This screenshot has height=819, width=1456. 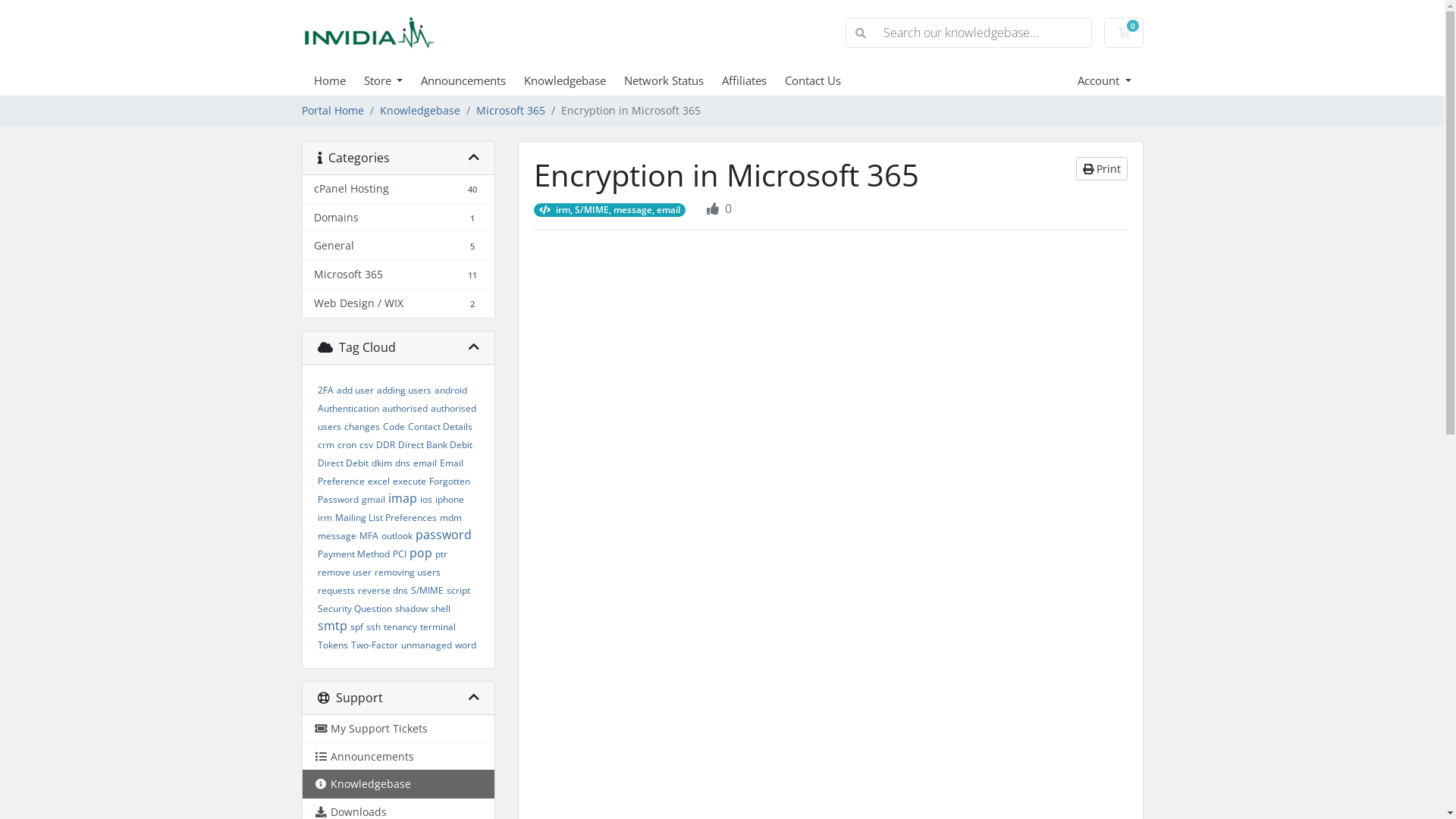 What do you see at coordinates (352, 554) in the screenshot?
I see `'Payment Method'` at bounding box center [352, 554].